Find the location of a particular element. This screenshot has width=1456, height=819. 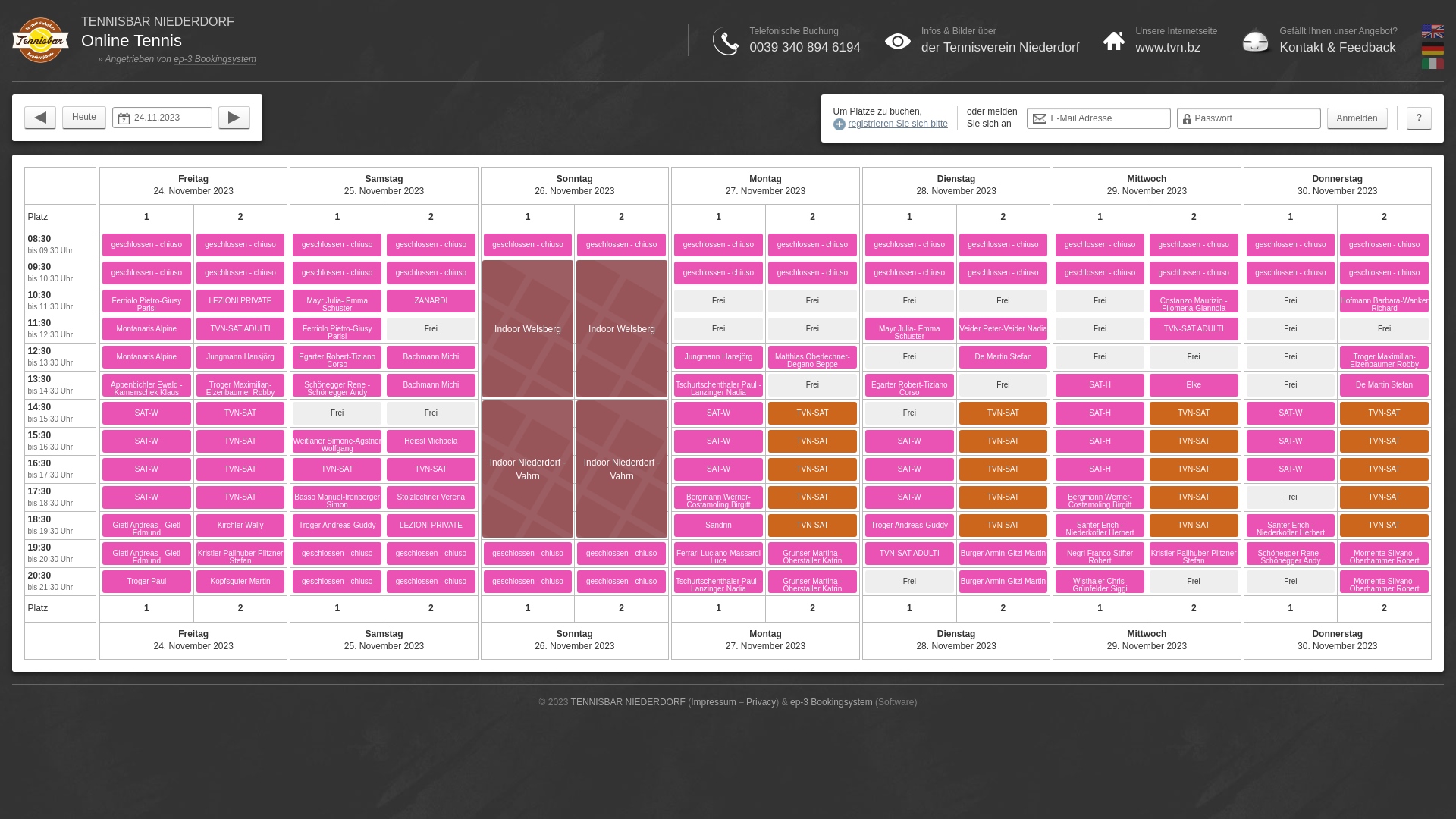

'Indoor Niederdorf - Vahrn' is located at coordinates (576, 441).